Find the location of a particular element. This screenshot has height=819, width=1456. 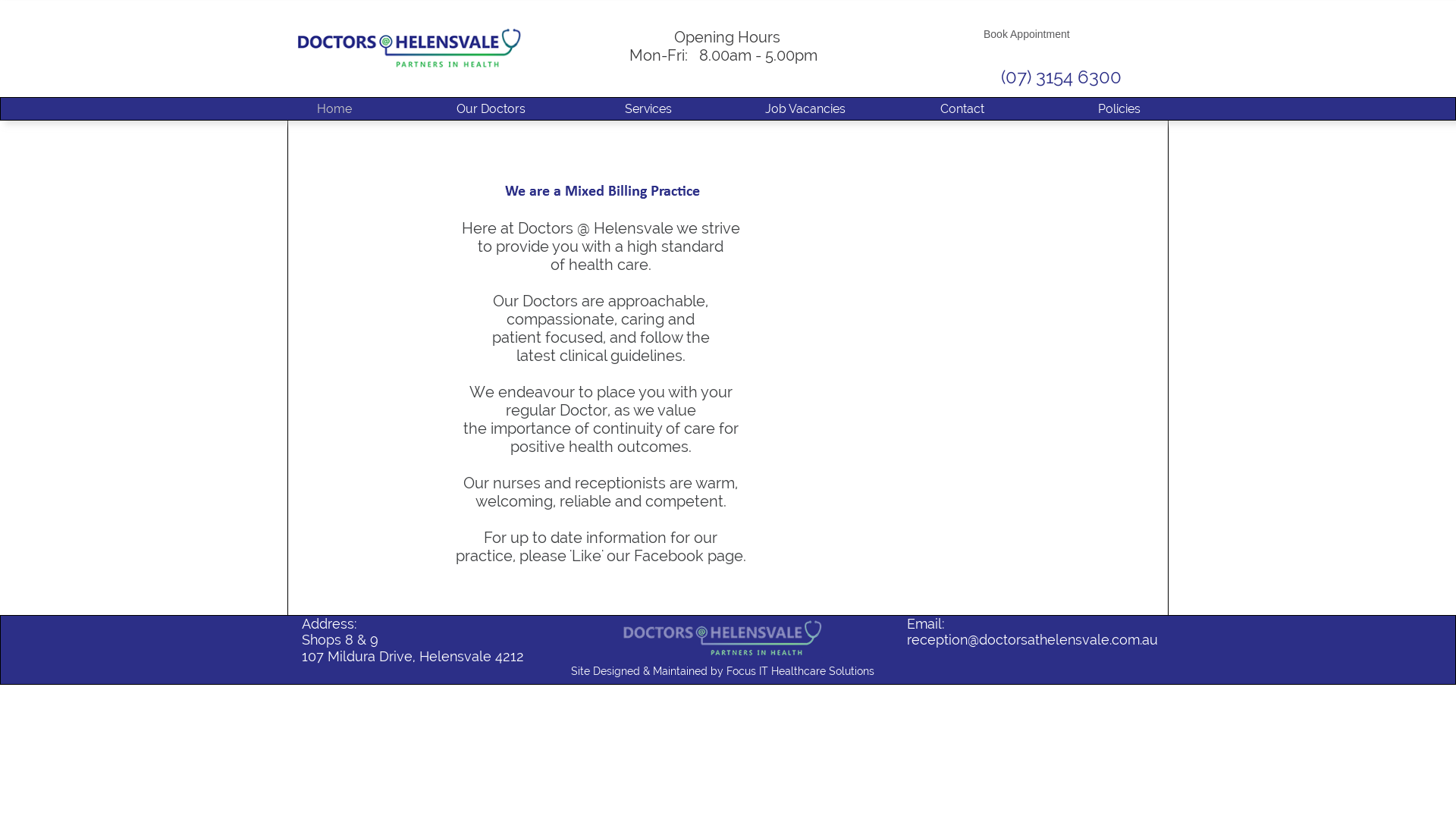

'Focus IT Healthcare Solutions' is located at coordinates (726, 670).